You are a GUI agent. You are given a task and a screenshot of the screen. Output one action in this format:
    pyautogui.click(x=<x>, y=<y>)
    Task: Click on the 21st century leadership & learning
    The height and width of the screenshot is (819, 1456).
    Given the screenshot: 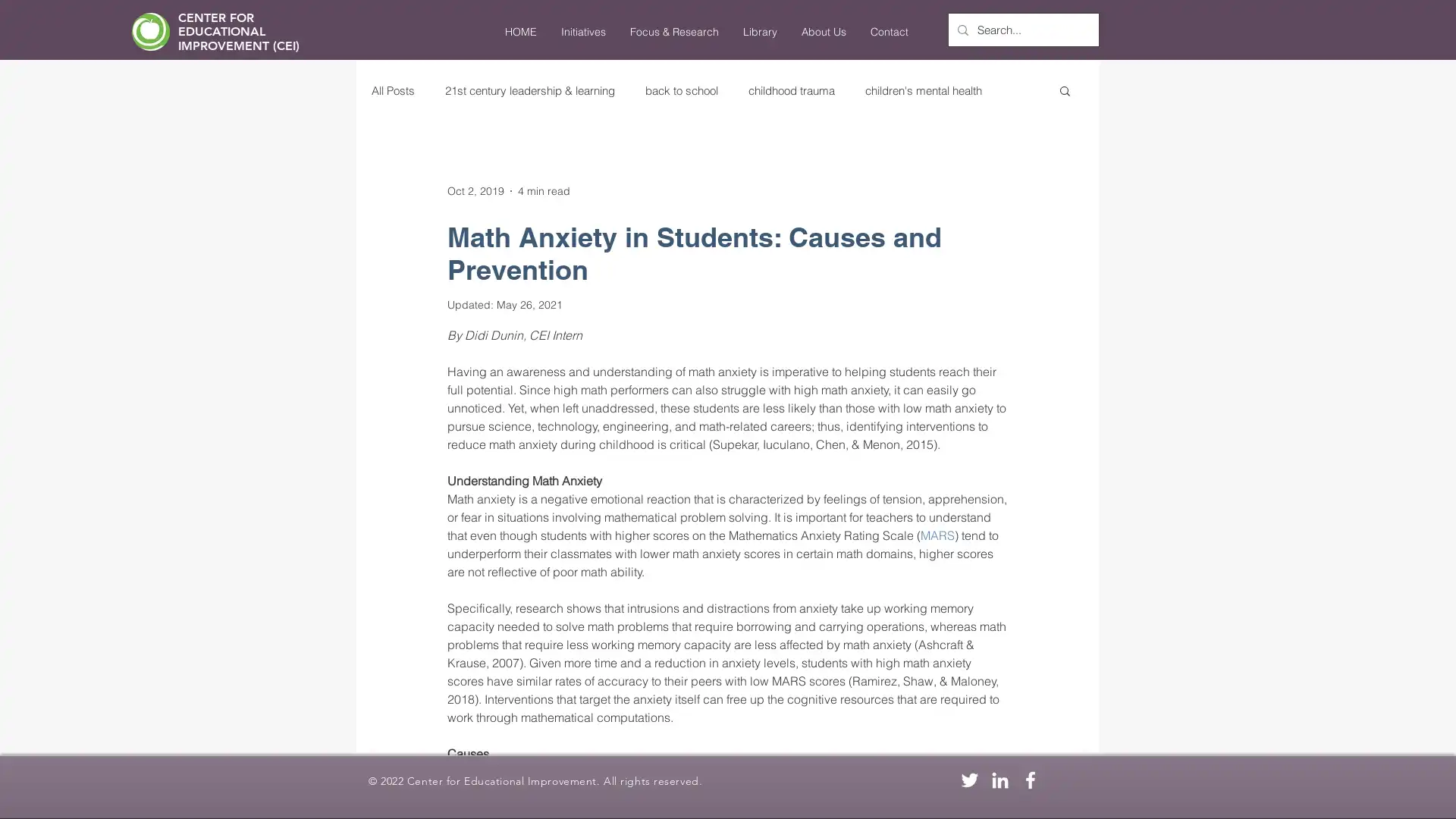 What is the action you would take?
    pyautogui.click(x=530, y=89)
    